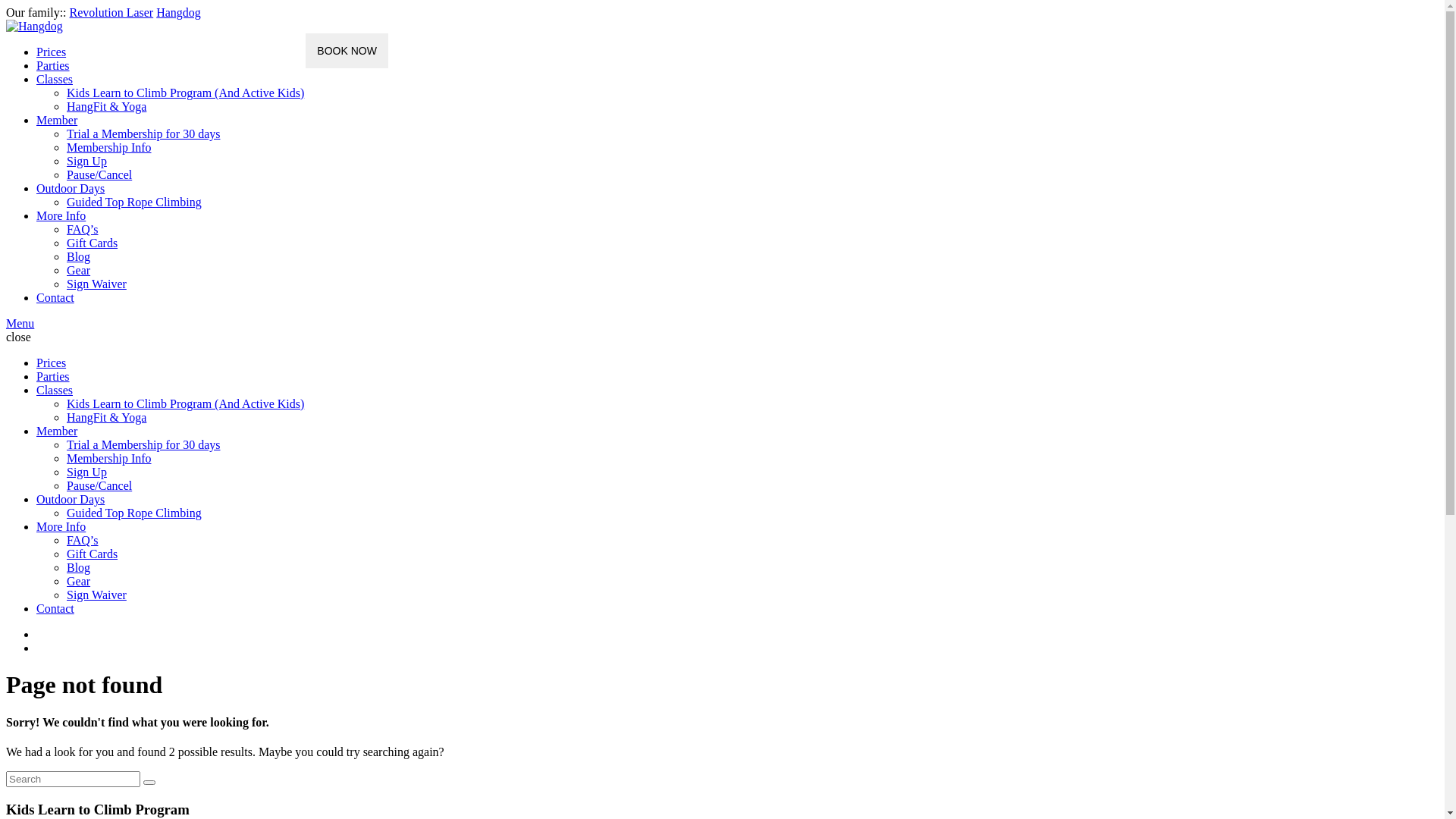  Describe the element at coordinates (57, 431) in the screenshot. I see `'Member'` at that location.